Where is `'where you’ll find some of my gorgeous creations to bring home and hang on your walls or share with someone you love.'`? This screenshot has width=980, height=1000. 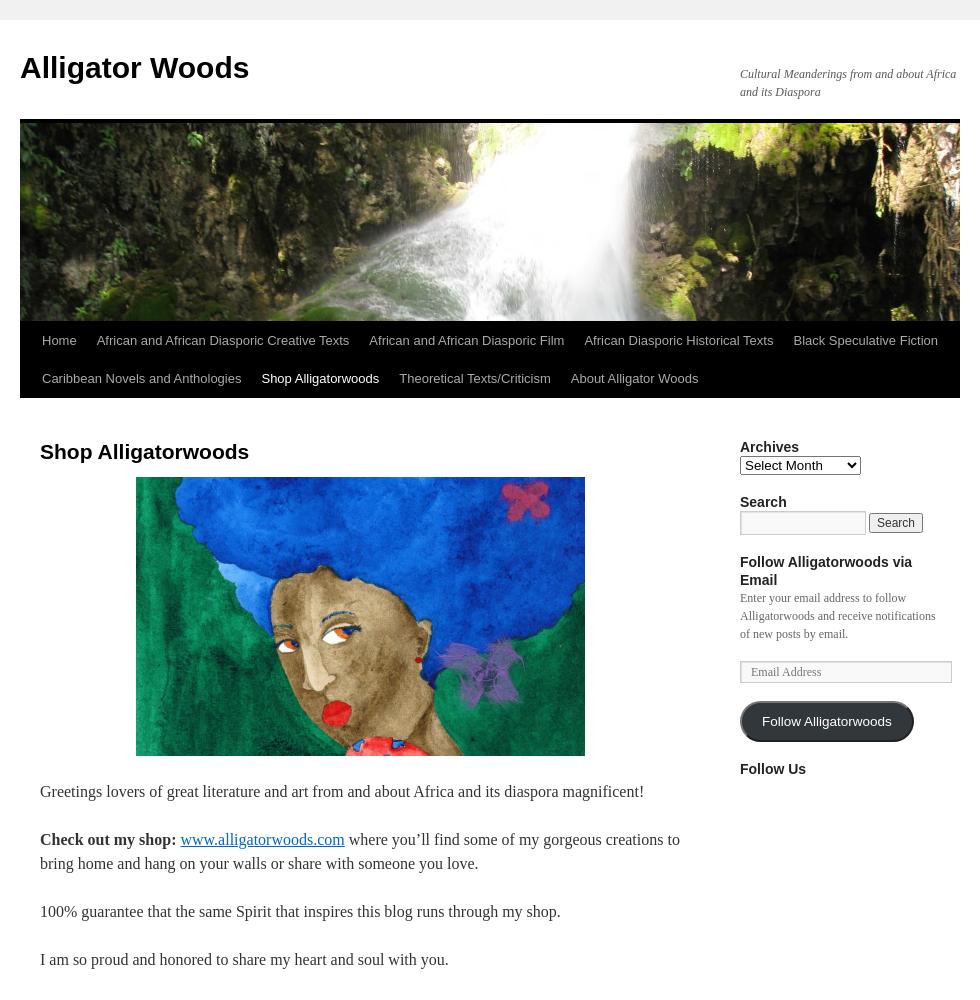
'where you’ll find some of my gorgeous creations to bring home and hang on your walls or share with someone you love.' is located at coordinates (39, 850).